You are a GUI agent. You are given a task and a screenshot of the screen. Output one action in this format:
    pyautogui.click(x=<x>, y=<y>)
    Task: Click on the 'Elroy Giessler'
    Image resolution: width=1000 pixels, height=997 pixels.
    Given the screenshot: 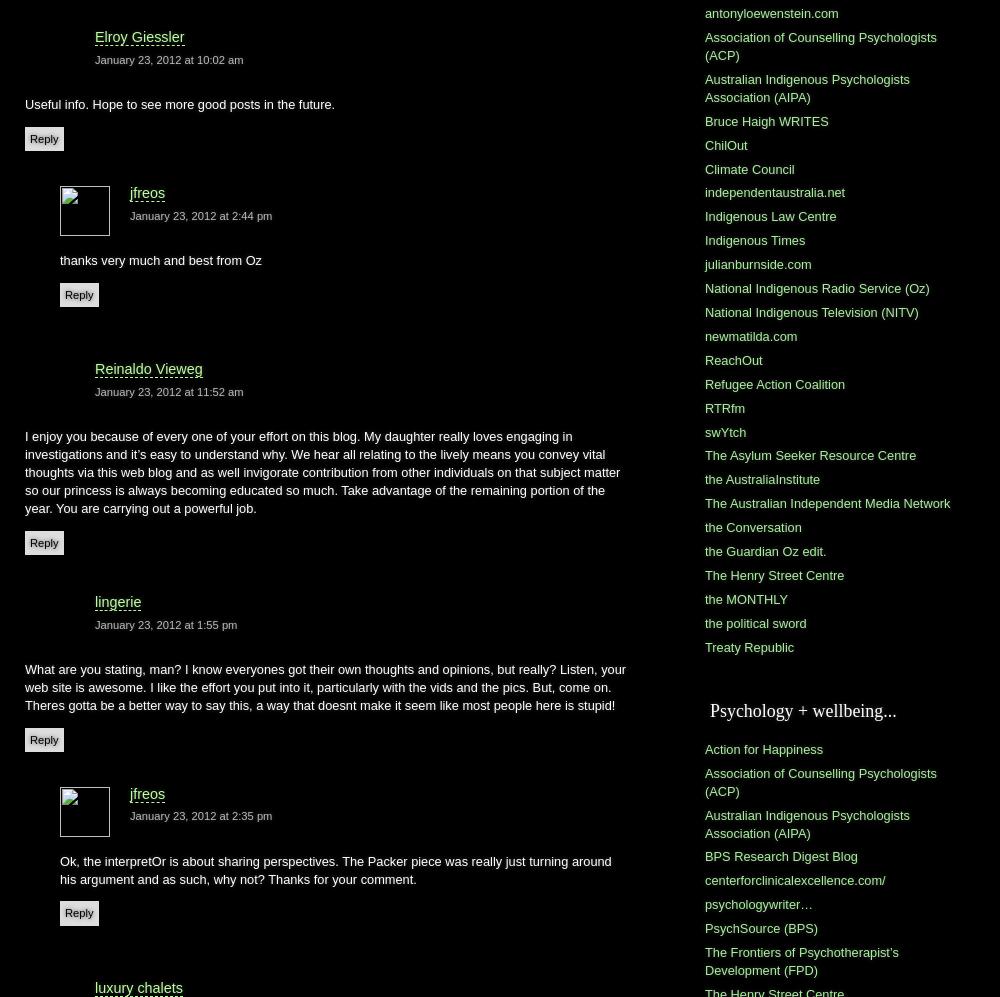 What is the action you would take?
    pyautogui.click(x=139, y=36)
    